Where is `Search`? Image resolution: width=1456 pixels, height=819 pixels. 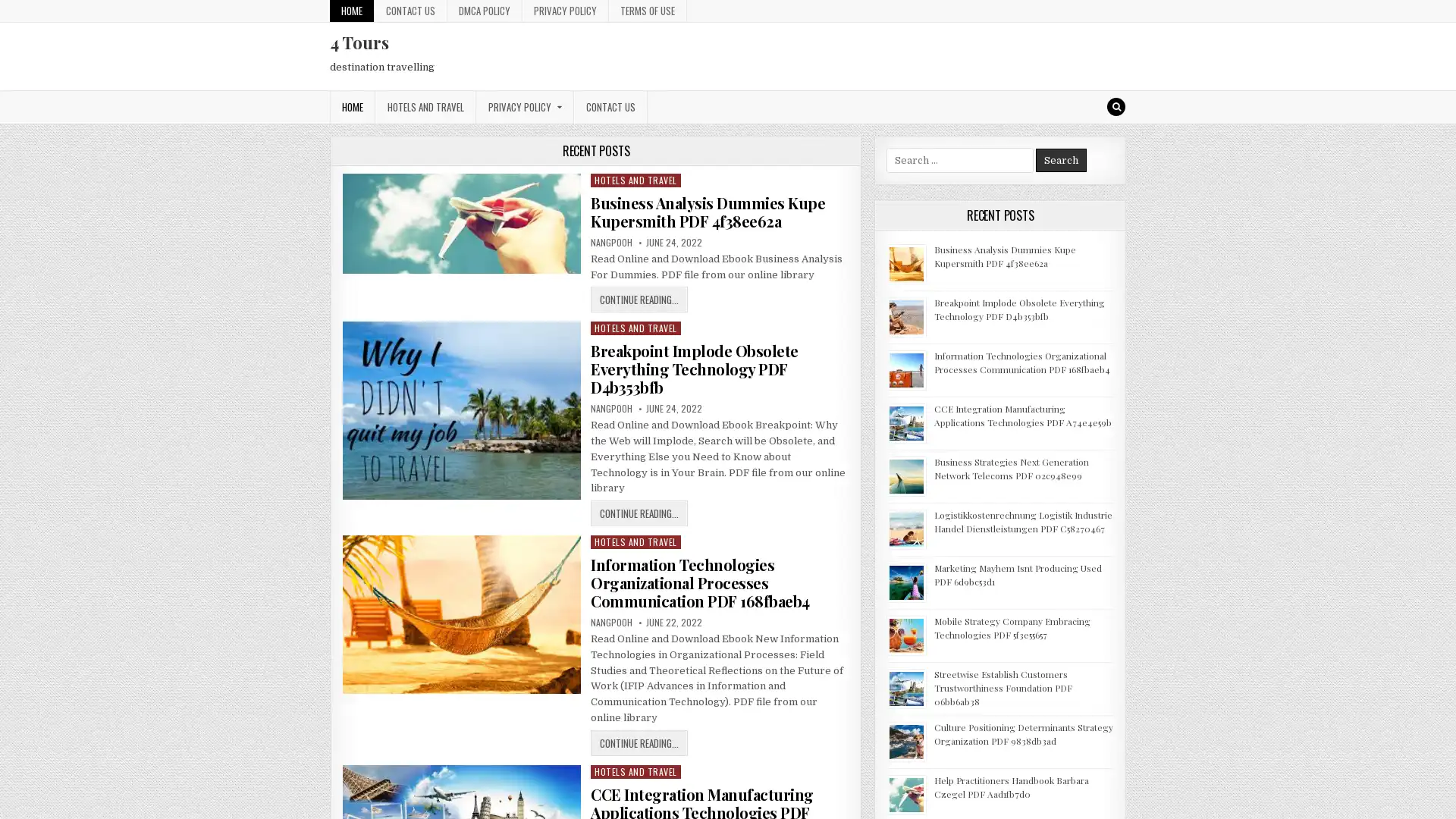
Search is located at coordinates (1060, 160).